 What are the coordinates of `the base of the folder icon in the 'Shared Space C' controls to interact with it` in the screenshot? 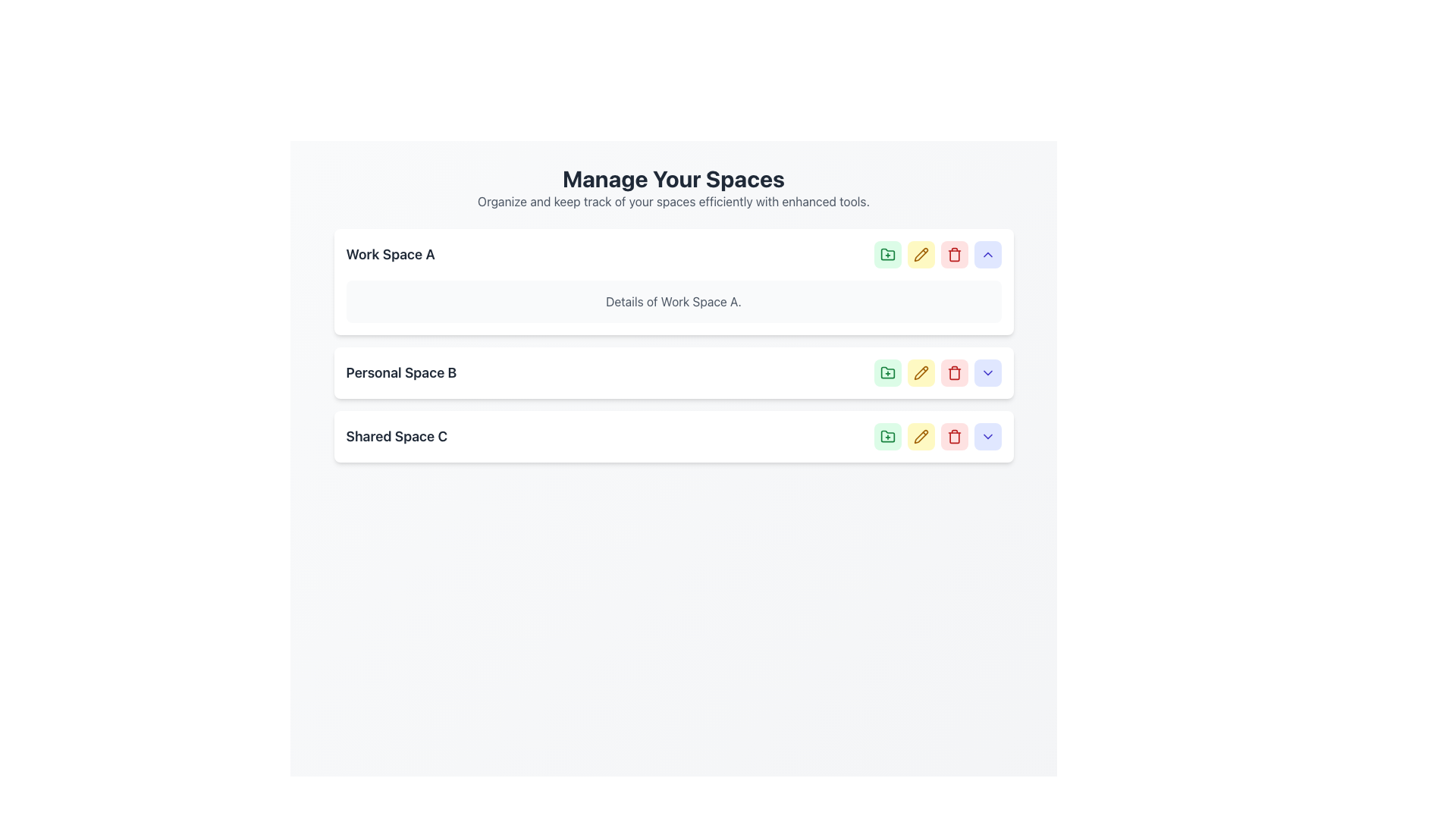 It's located at (887, 436).